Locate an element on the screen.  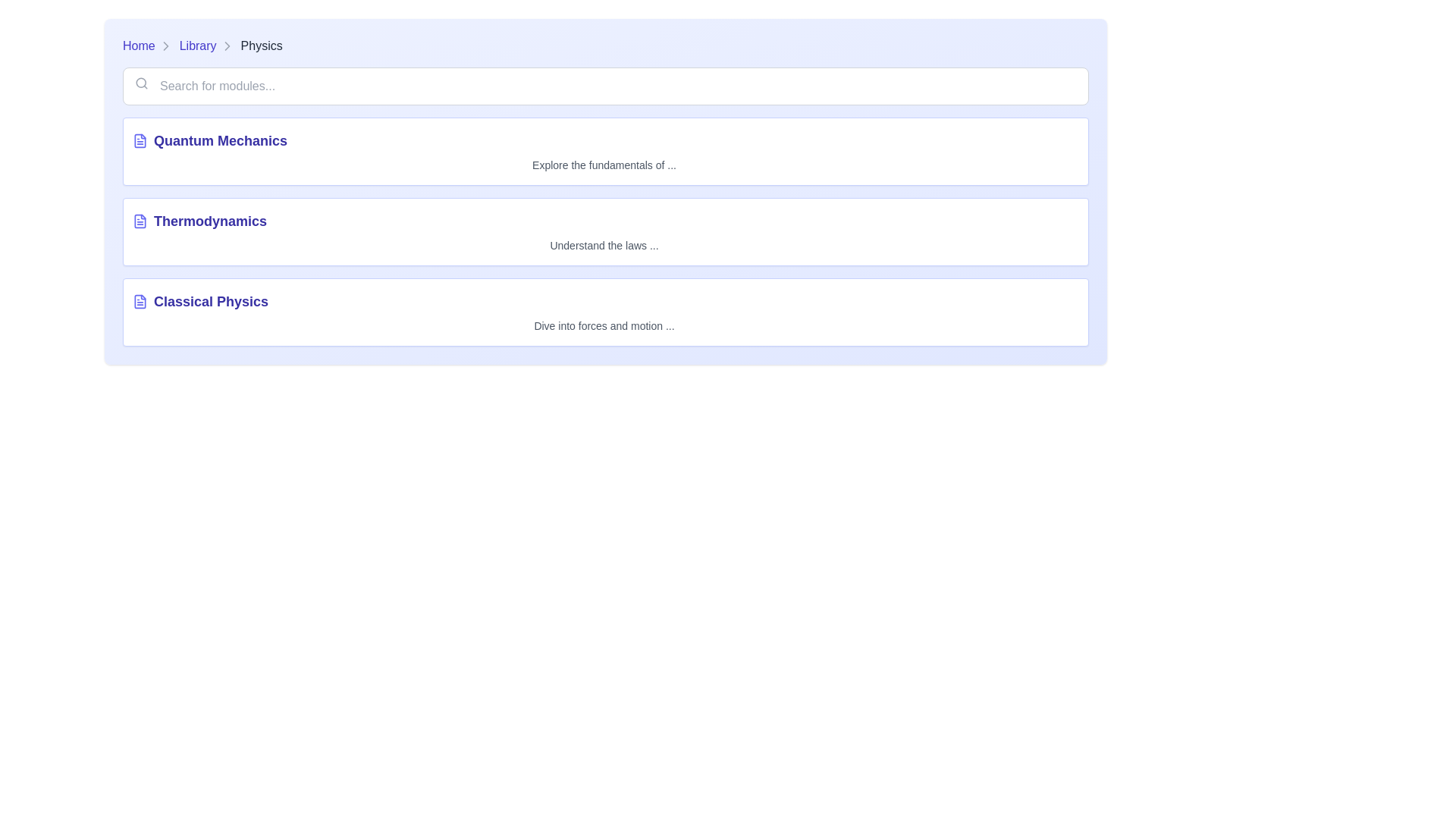
the indigo rectangular file icon with a folded corner located to the left of the 'Quantum Mechanics' title text is located at coordinates (140, 140).